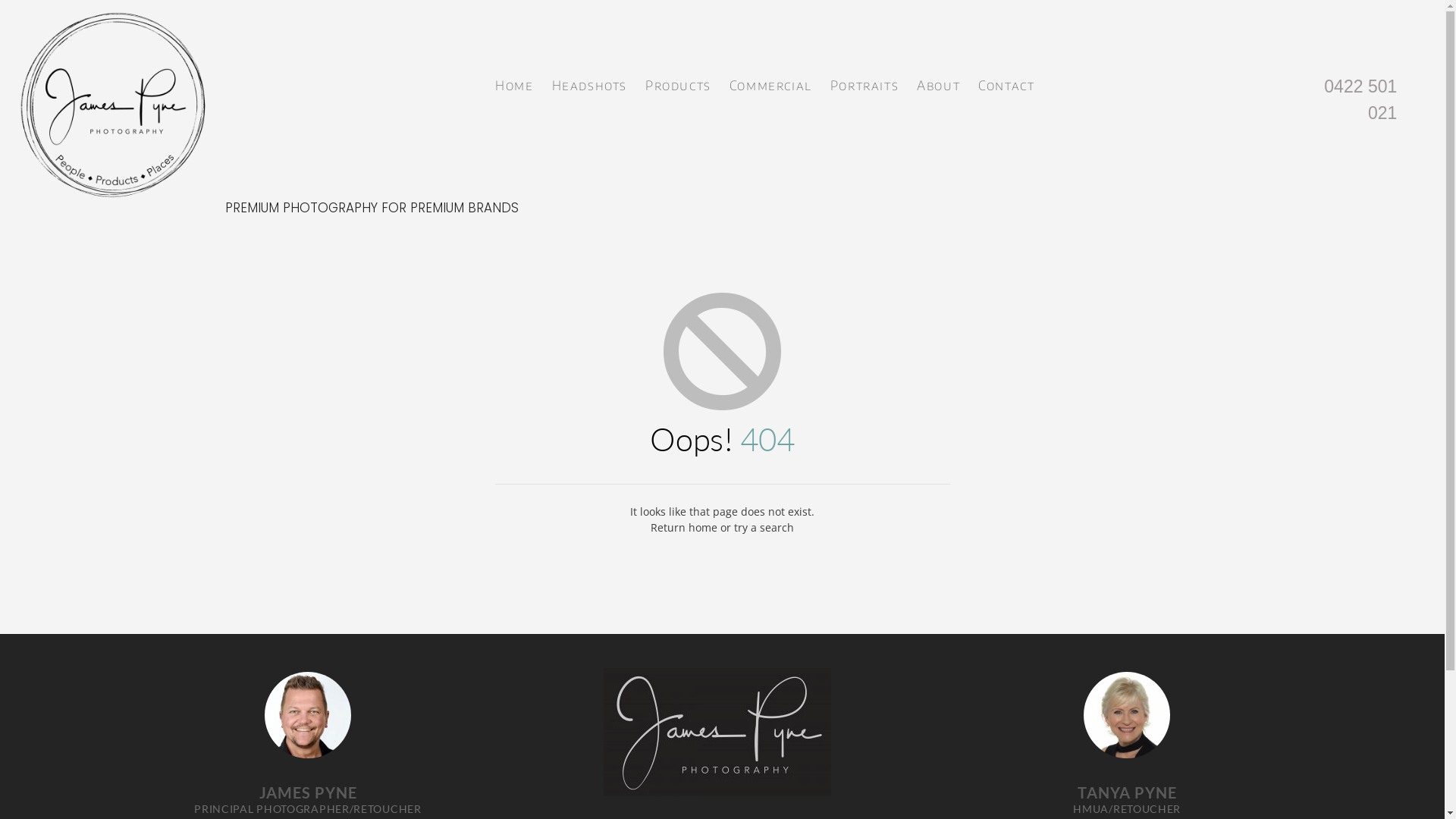  I want to click on 'Commercial', so click(770, 82).